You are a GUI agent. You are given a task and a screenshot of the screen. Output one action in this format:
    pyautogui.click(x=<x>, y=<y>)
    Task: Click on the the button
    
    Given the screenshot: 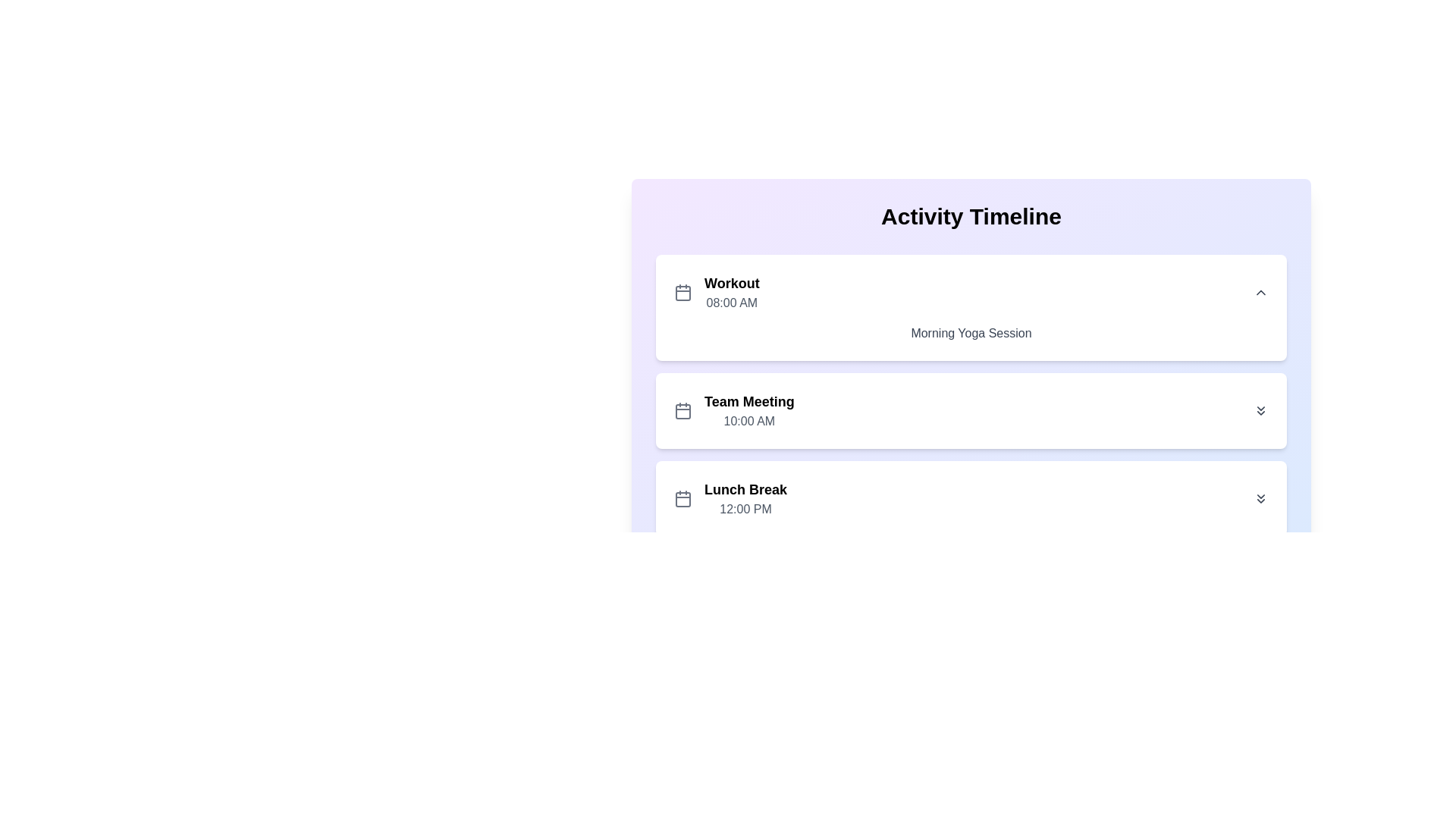 What is the action you would take?
    pyautogui.click(x=1260, y=499)
    